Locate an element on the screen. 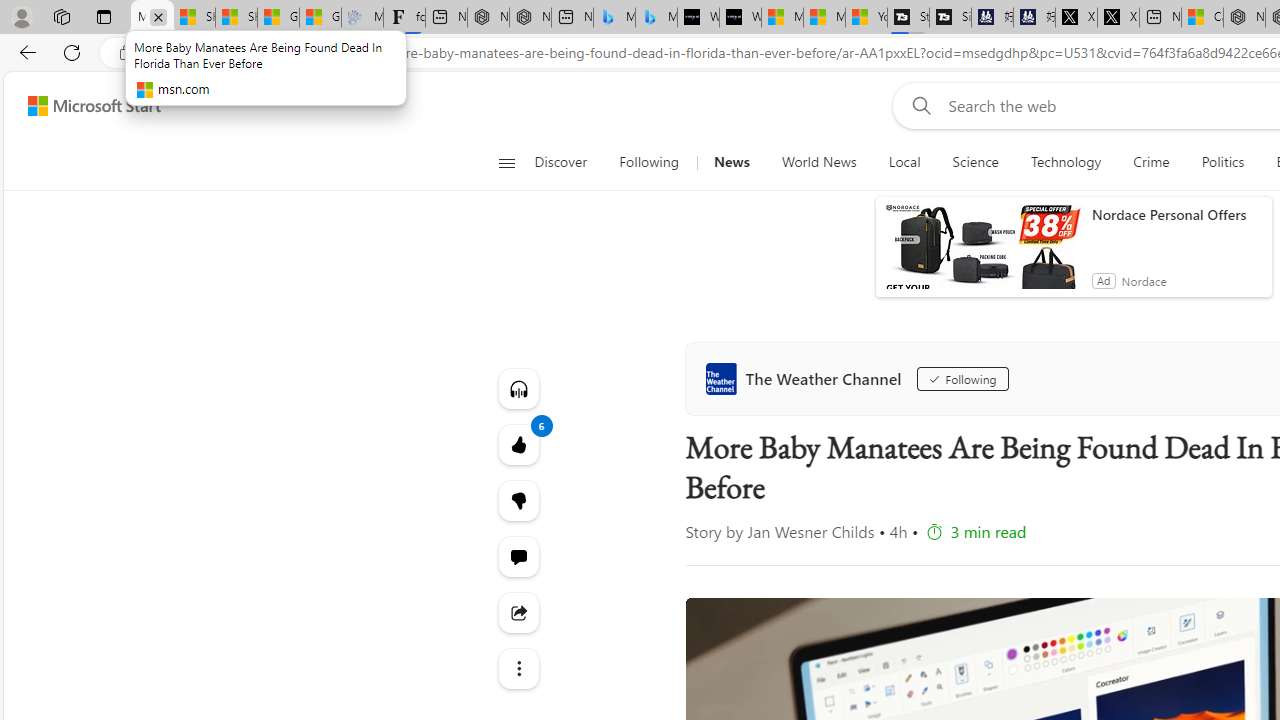 The image size is (1280, 720). 'Following' is located at coordinates (648, 162).